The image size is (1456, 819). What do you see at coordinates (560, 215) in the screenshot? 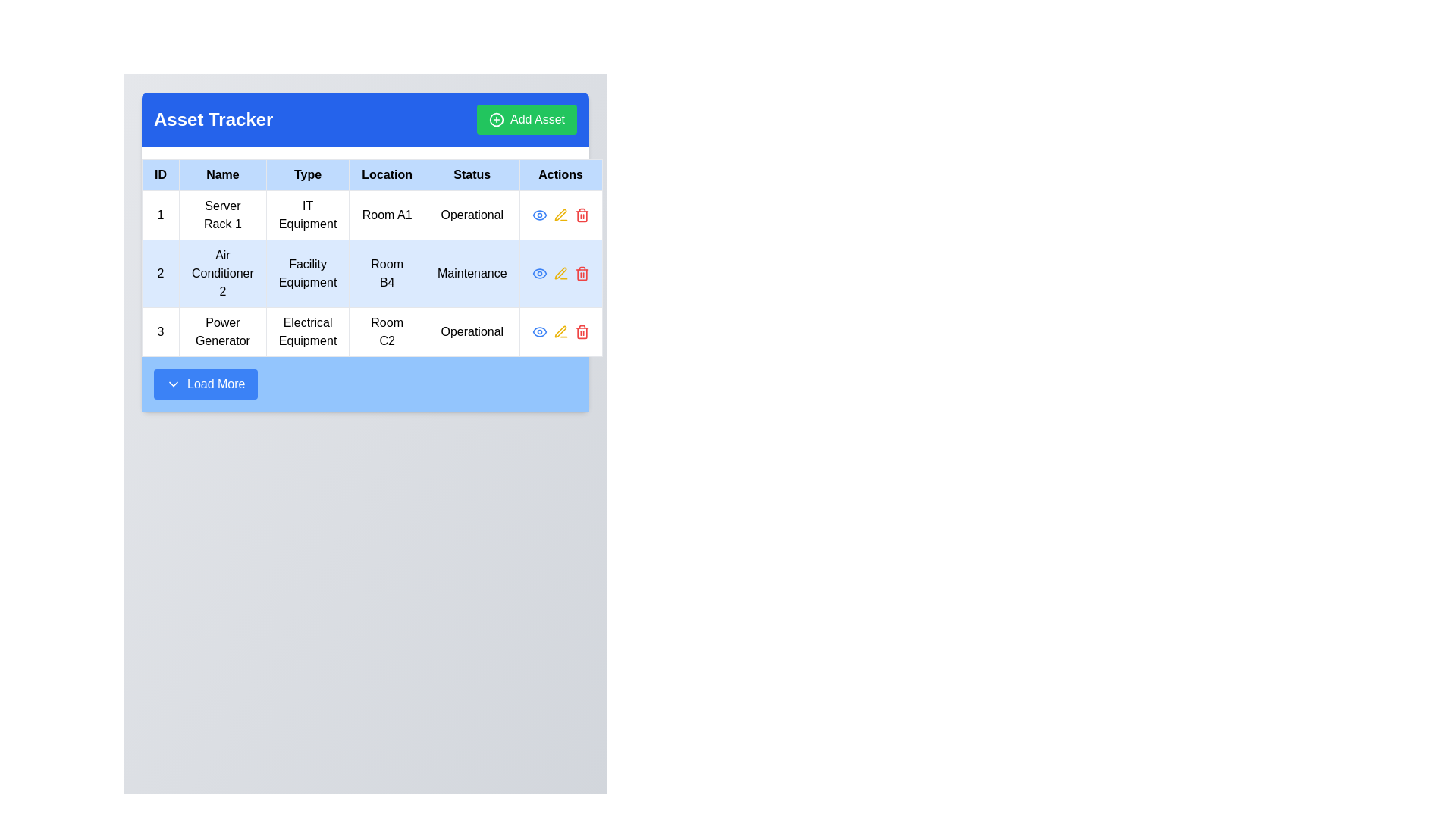
I see `the yellow pencil icon in the 'Actions' column of the first row` at bounding box center [560, 215].